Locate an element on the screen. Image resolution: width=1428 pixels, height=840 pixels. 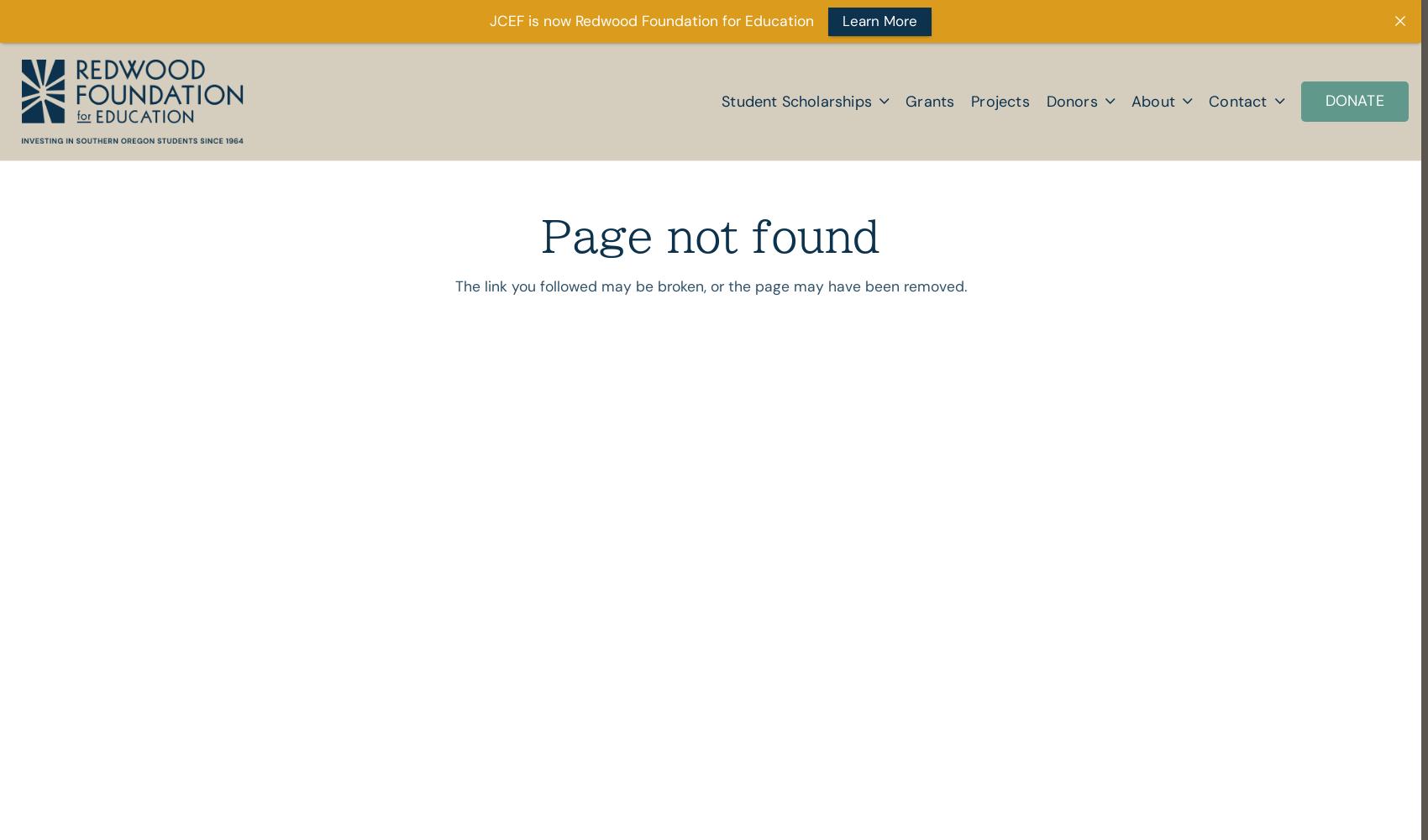
'How It Works' is located at coordinates (1100, 211).